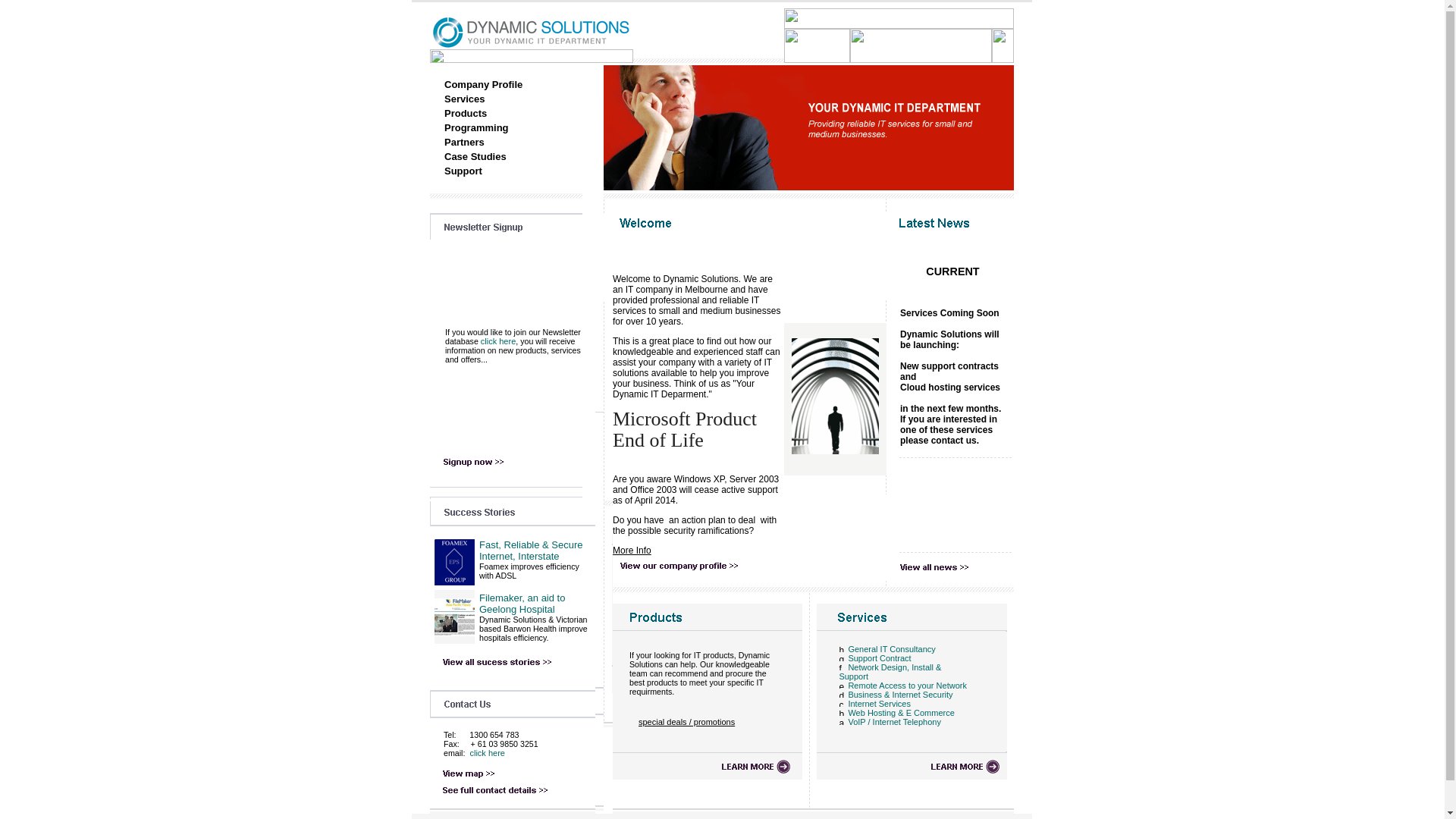  Describe the element at coordinates (522, 602) in the screenshot. I see `'Filemaker, an aid to Geelong Hospital'` at that location.